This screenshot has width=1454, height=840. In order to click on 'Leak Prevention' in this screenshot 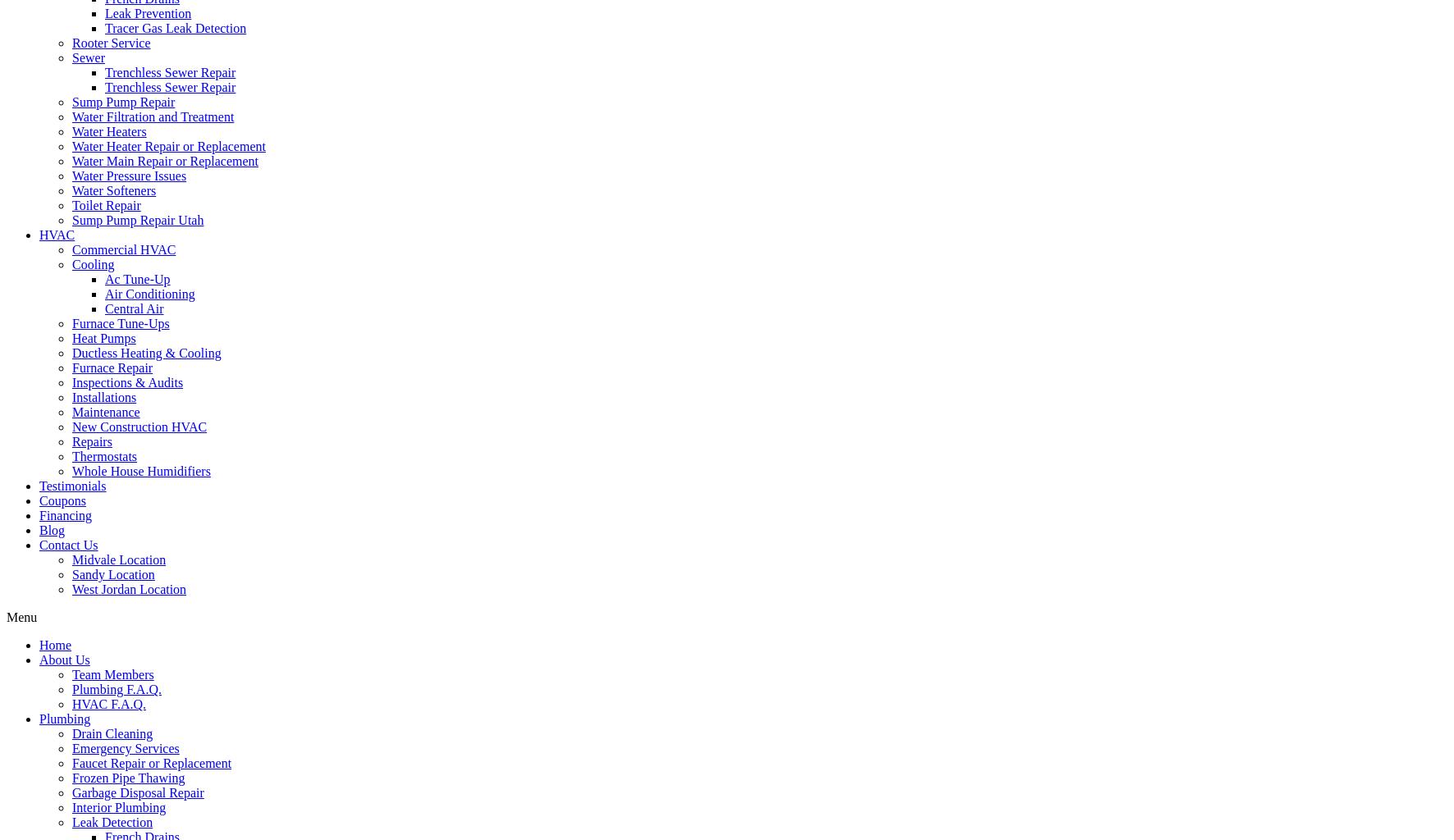, I will do `click(148, 13)`.